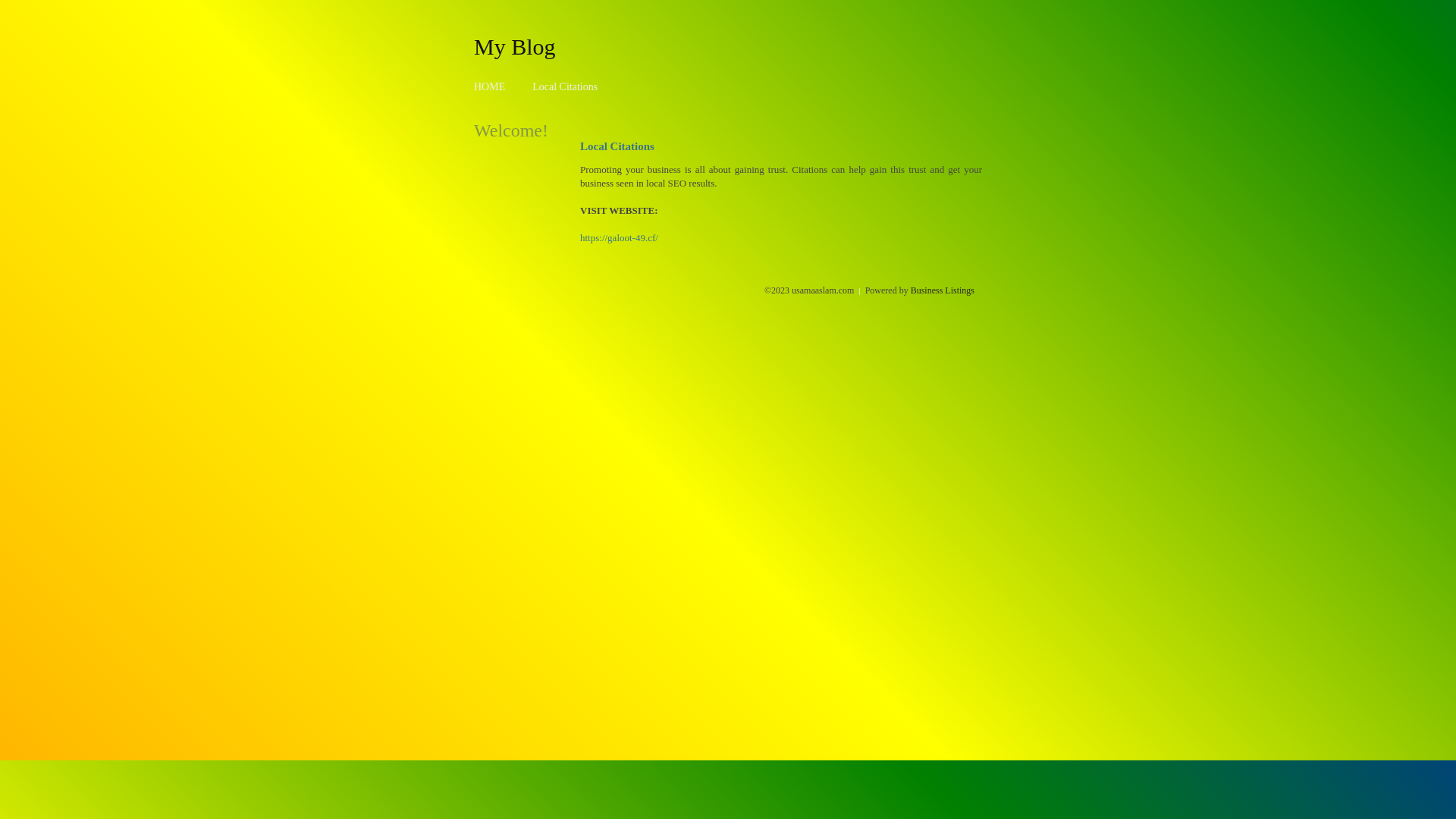 The height and width of the screenshot is (819, 1456). Describe the element at coordinates (563, 86) in the screenshot. I see `'Local Citations'` at that location.